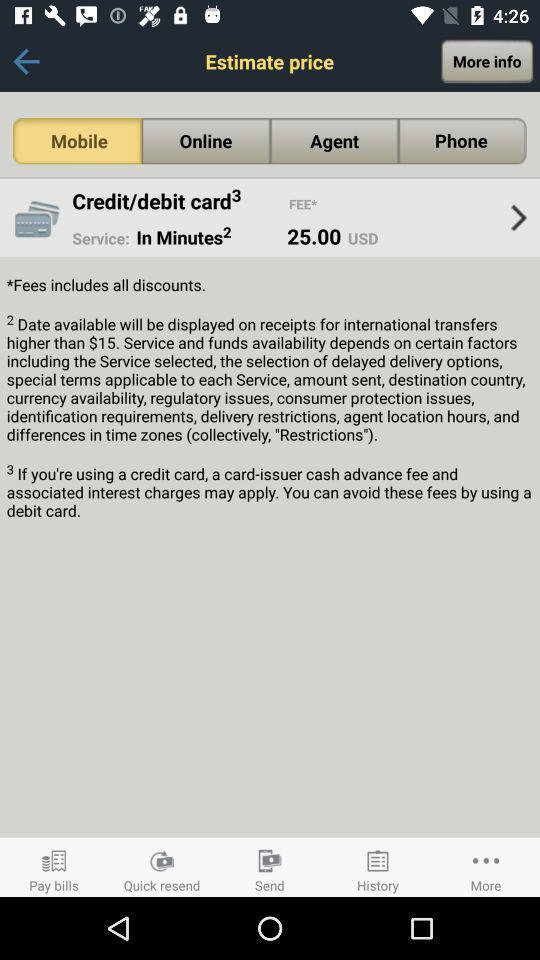 The height and width of the screenshot is (960, 540). I want to click on icon above the mobile item, so click(25, 61).